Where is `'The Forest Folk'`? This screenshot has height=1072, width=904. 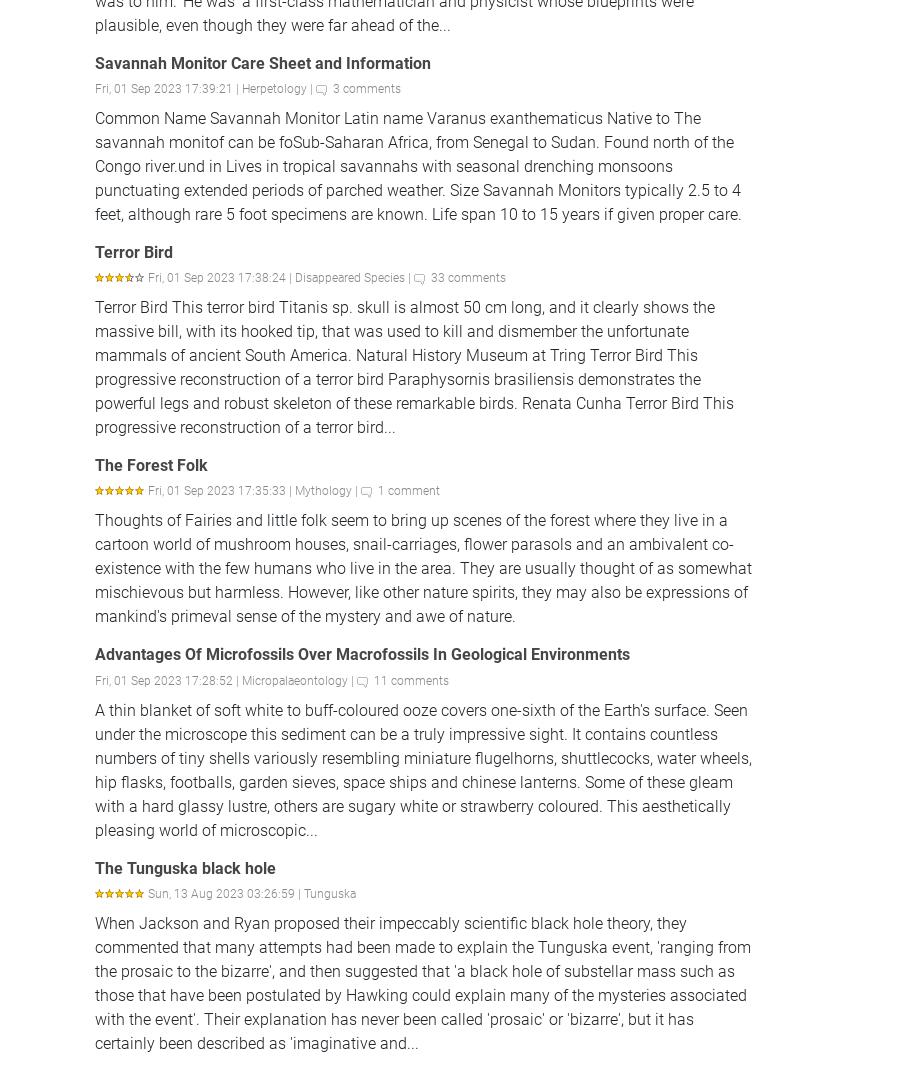
'The Forest Folk' is located at coordinates (95, 464).